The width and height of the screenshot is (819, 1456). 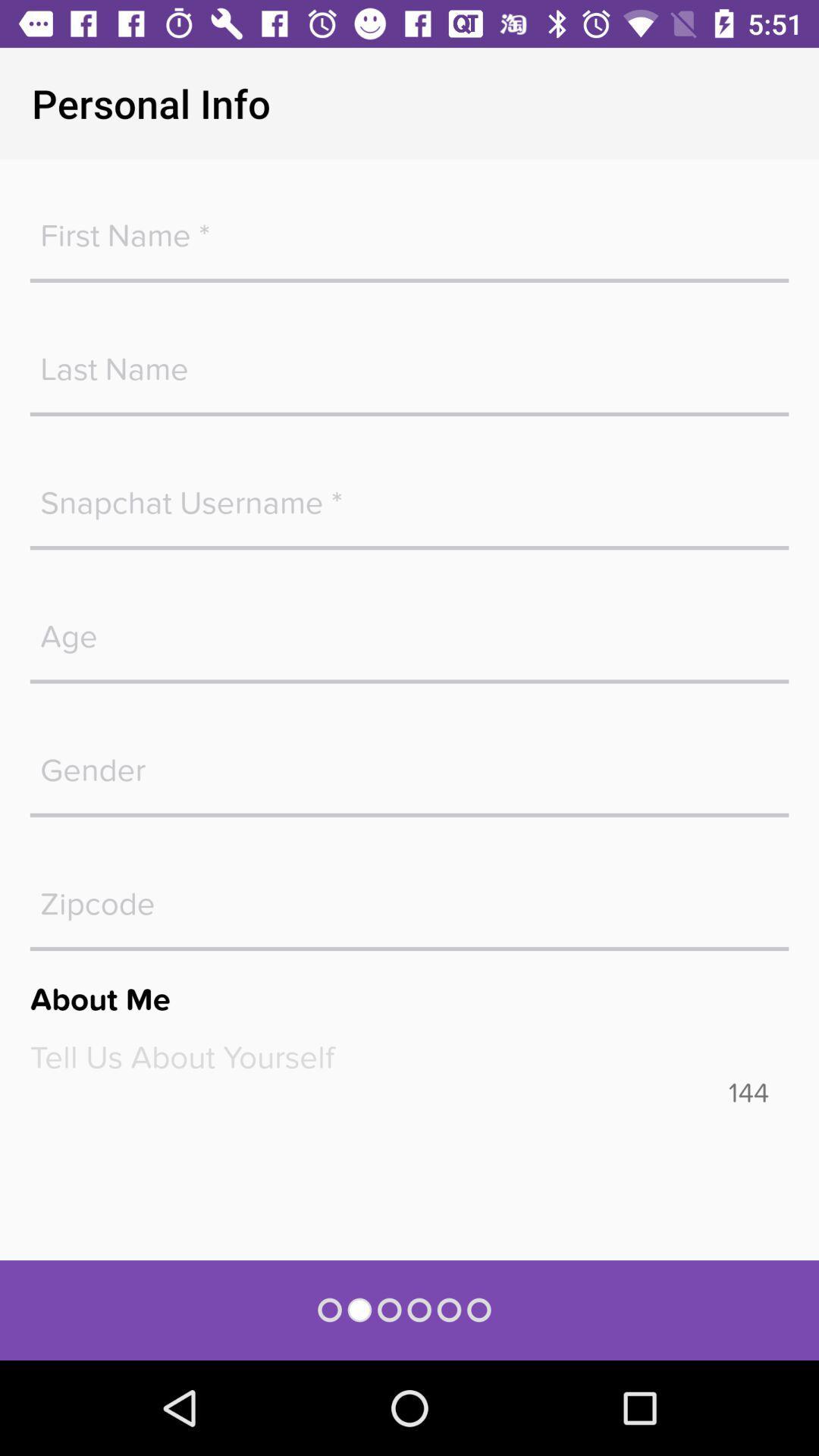 What do you see at coordinates (409, 495) in the screenshot?
I see `blank space` at bounding box center [409, 495].